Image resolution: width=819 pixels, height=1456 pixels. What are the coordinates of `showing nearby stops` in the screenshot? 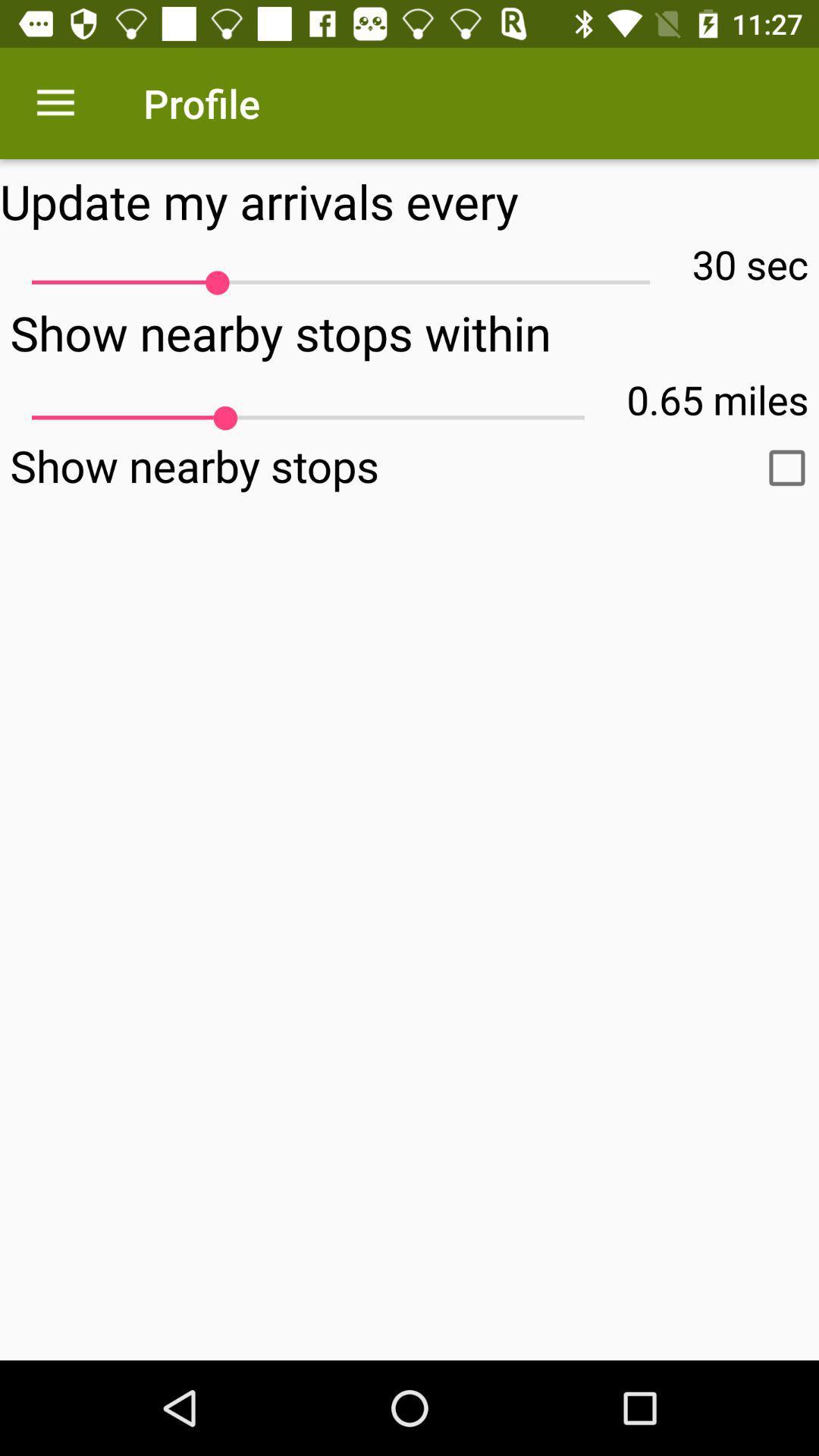 It's located at (786, 467).